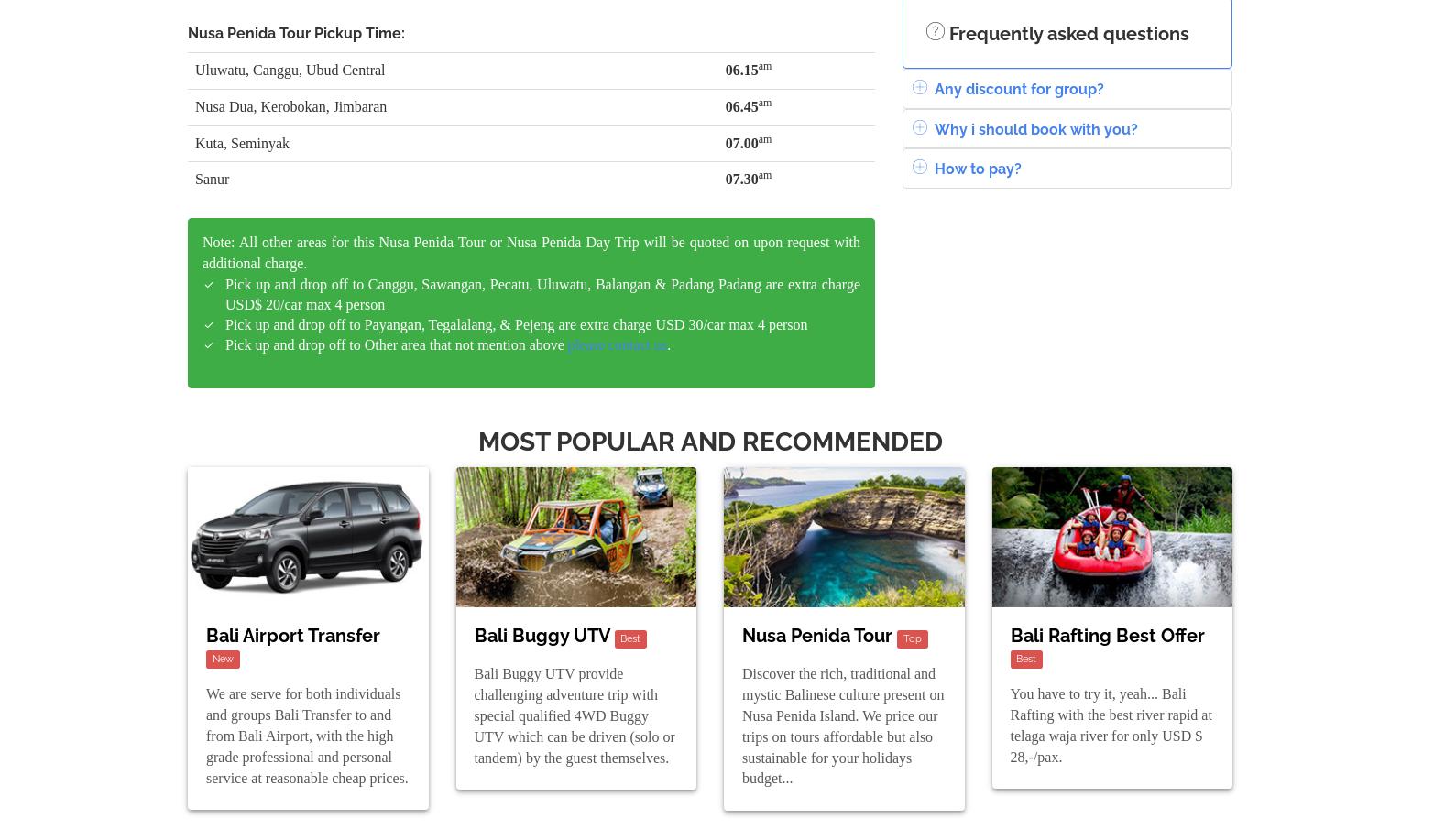  Describe the element at coordinates (1017, 88) in the screenshot. I see `'Any discount for group?'` at that location.